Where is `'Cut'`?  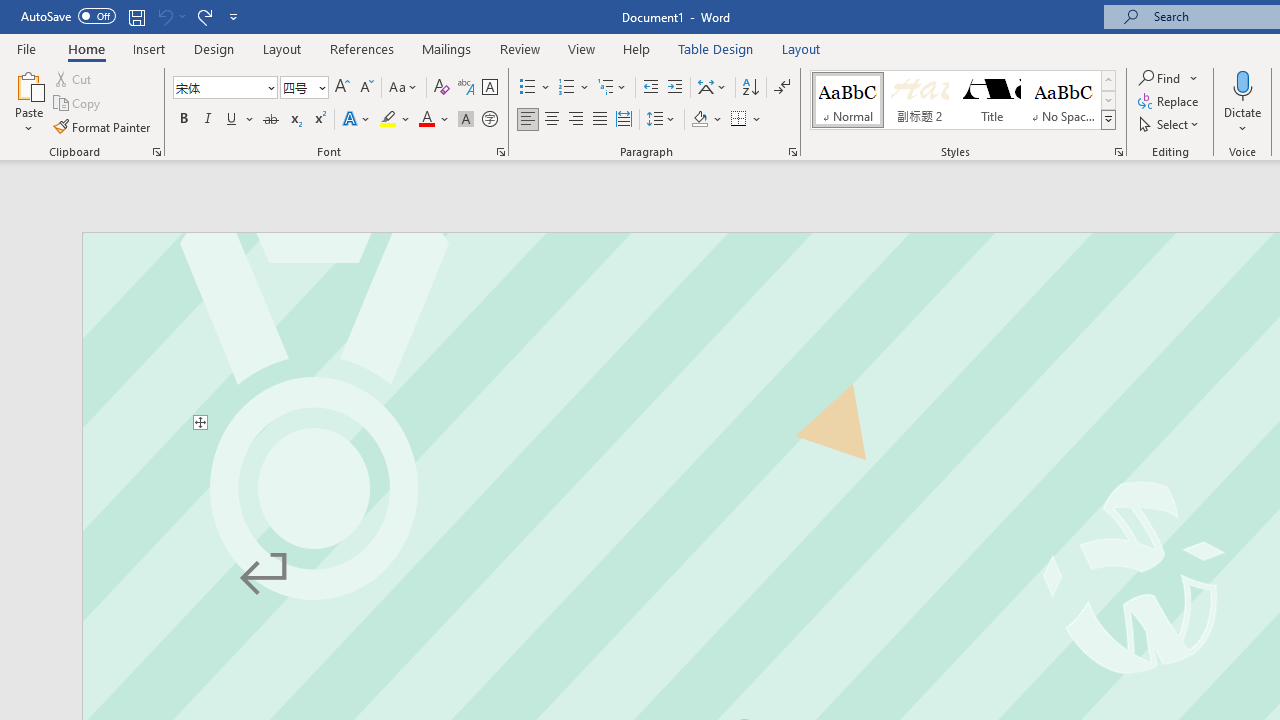 'Cut' is located at coordinates (74, 78).